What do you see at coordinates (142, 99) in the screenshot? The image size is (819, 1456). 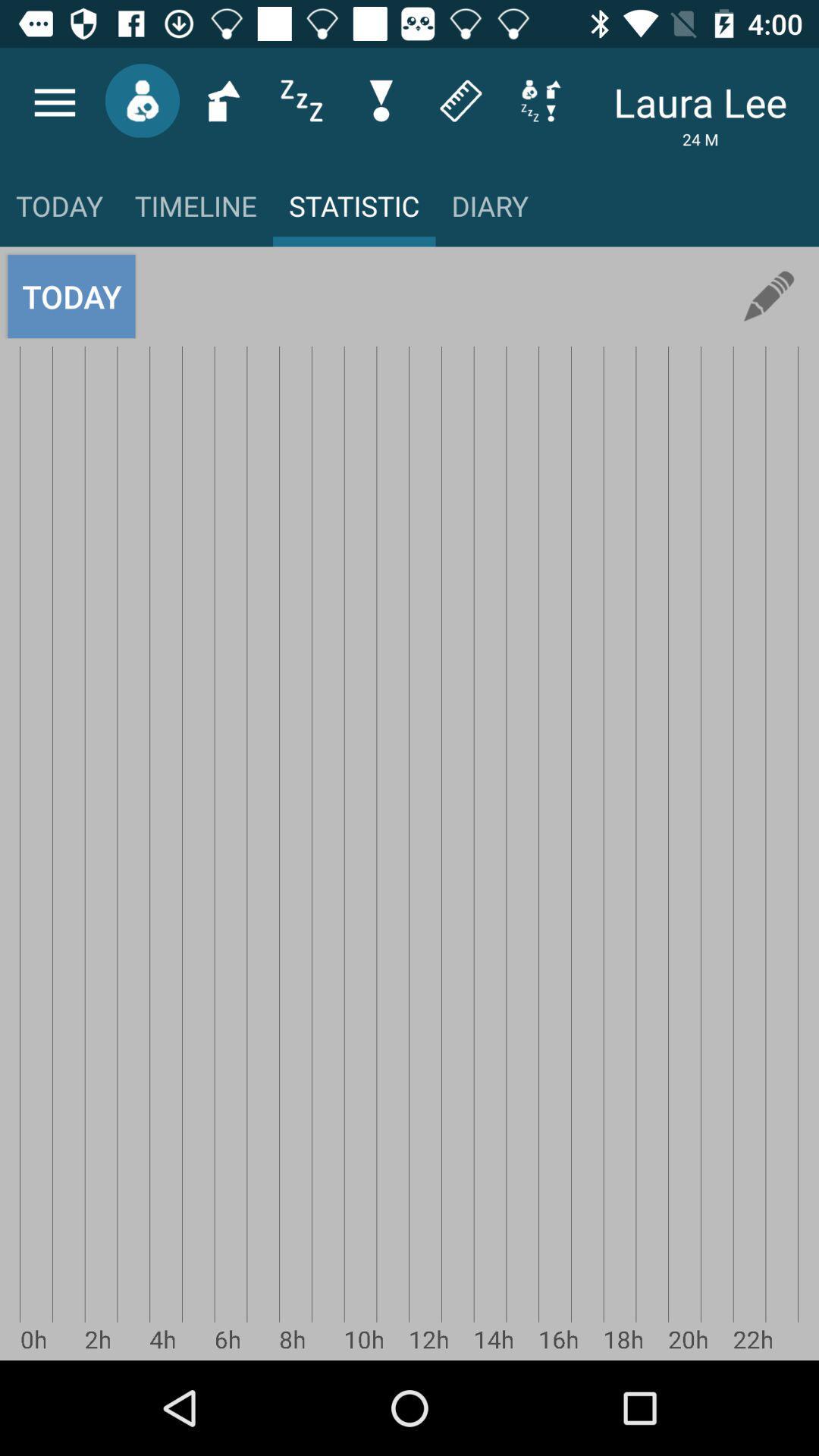 I see `the avatar icon` at bounding box center [142, 99].